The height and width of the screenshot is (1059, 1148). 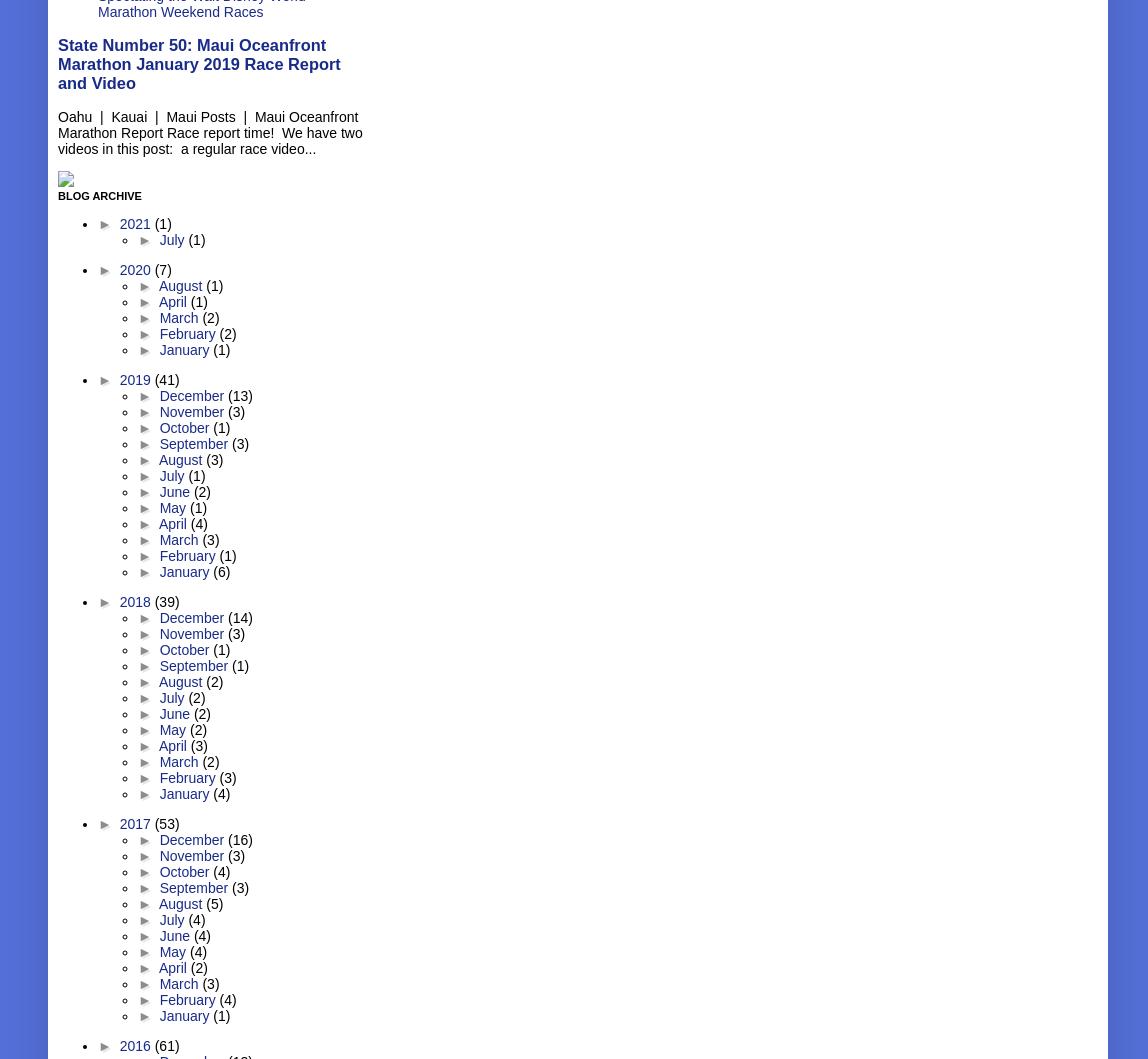 What do you see at coordinates (136, 378) in the screenshot?
I see `'2019'` at bounding box center [136, 378].